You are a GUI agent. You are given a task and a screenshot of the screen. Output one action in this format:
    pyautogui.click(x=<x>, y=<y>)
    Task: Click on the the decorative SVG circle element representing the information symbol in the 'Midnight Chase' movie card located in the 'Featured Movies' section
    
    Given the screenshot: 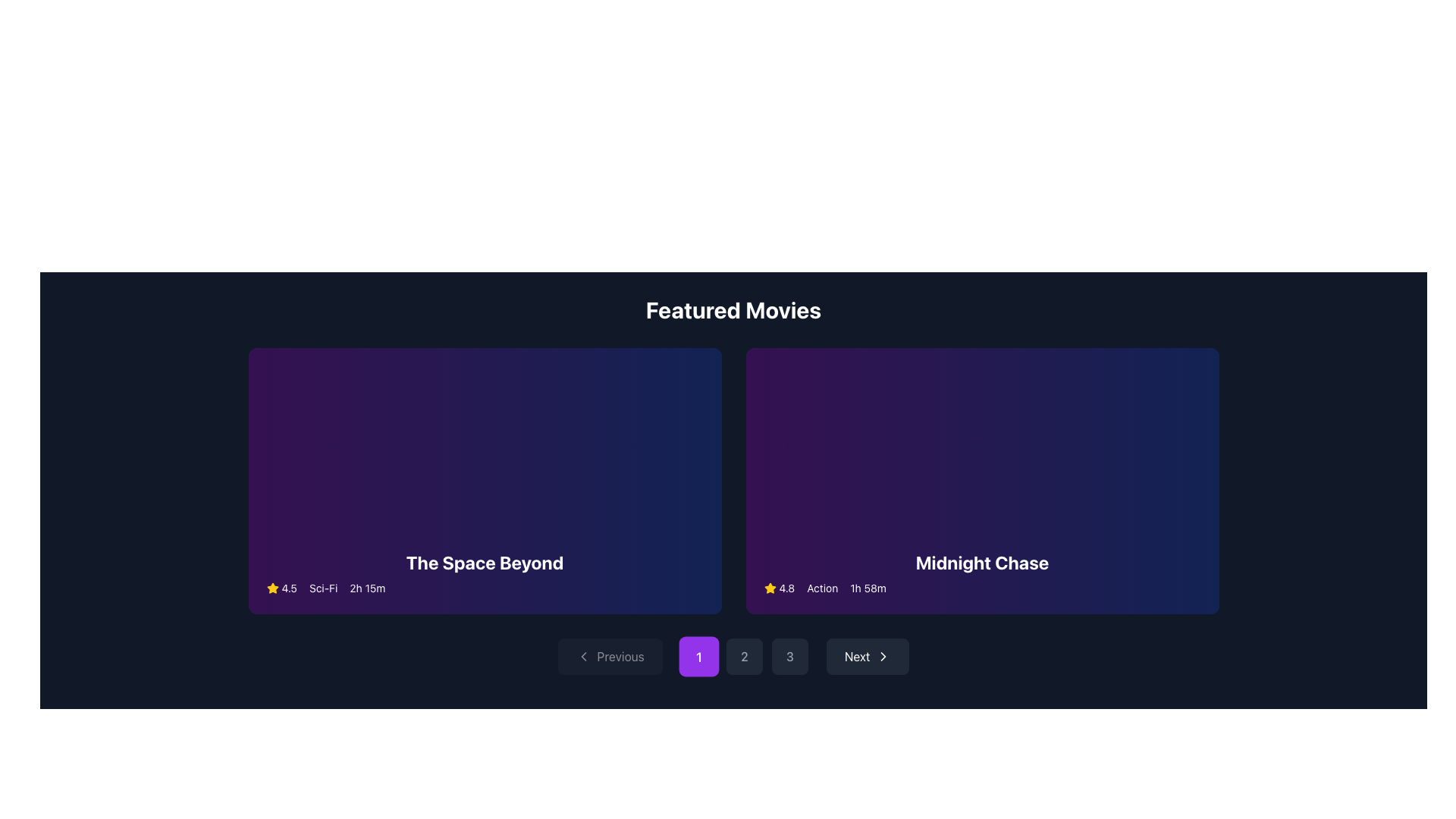 What is the action you would take?
    pyautogui.click(x=982, y=481)
    